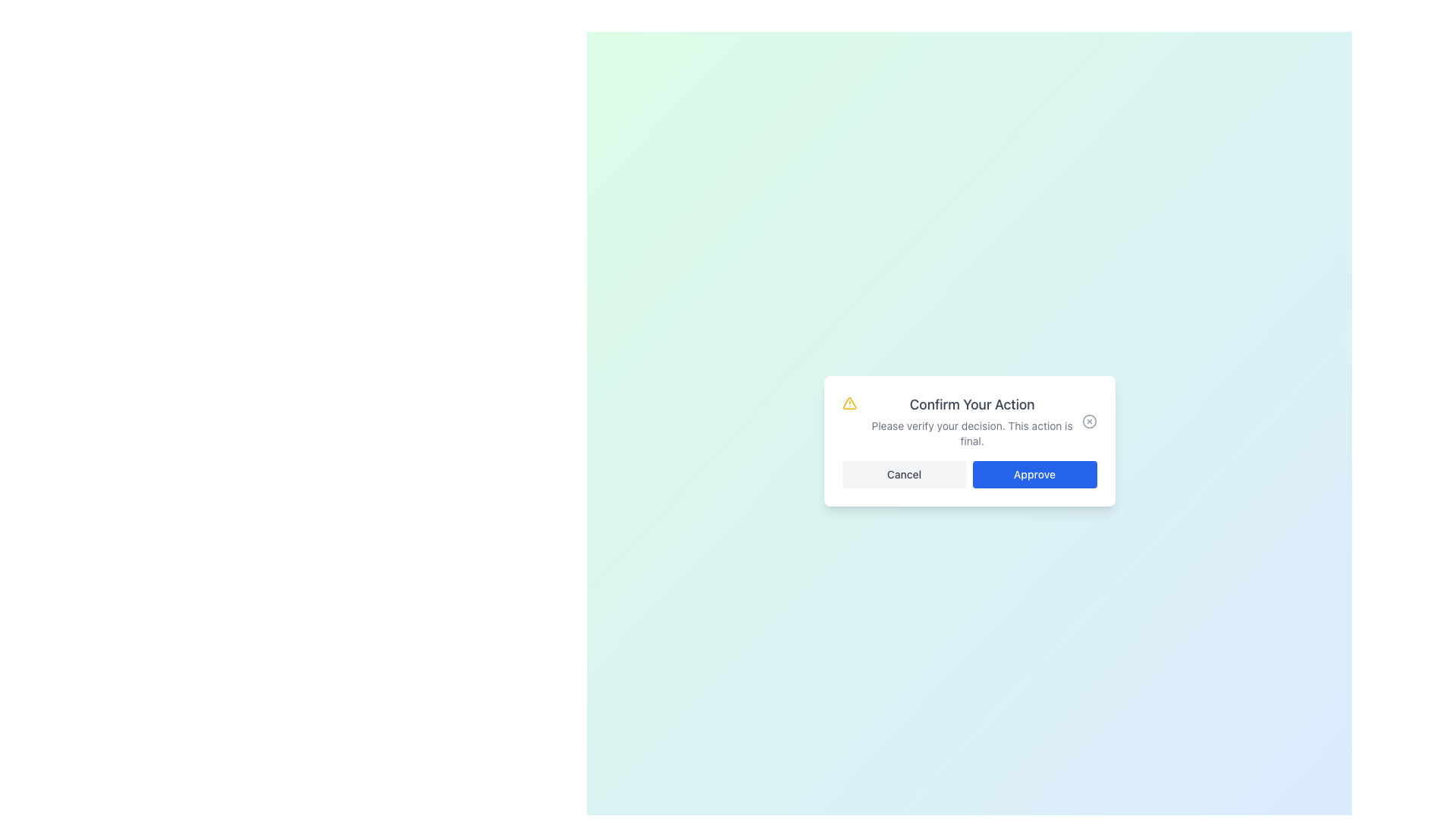  Describe the element at coordinates (972, 421) in the screenshot. I see `text content of the Text block displaying 'Confirm Your Action' and 'Please verify your decision. This action is final.' located in the center of a popup card` at that location.